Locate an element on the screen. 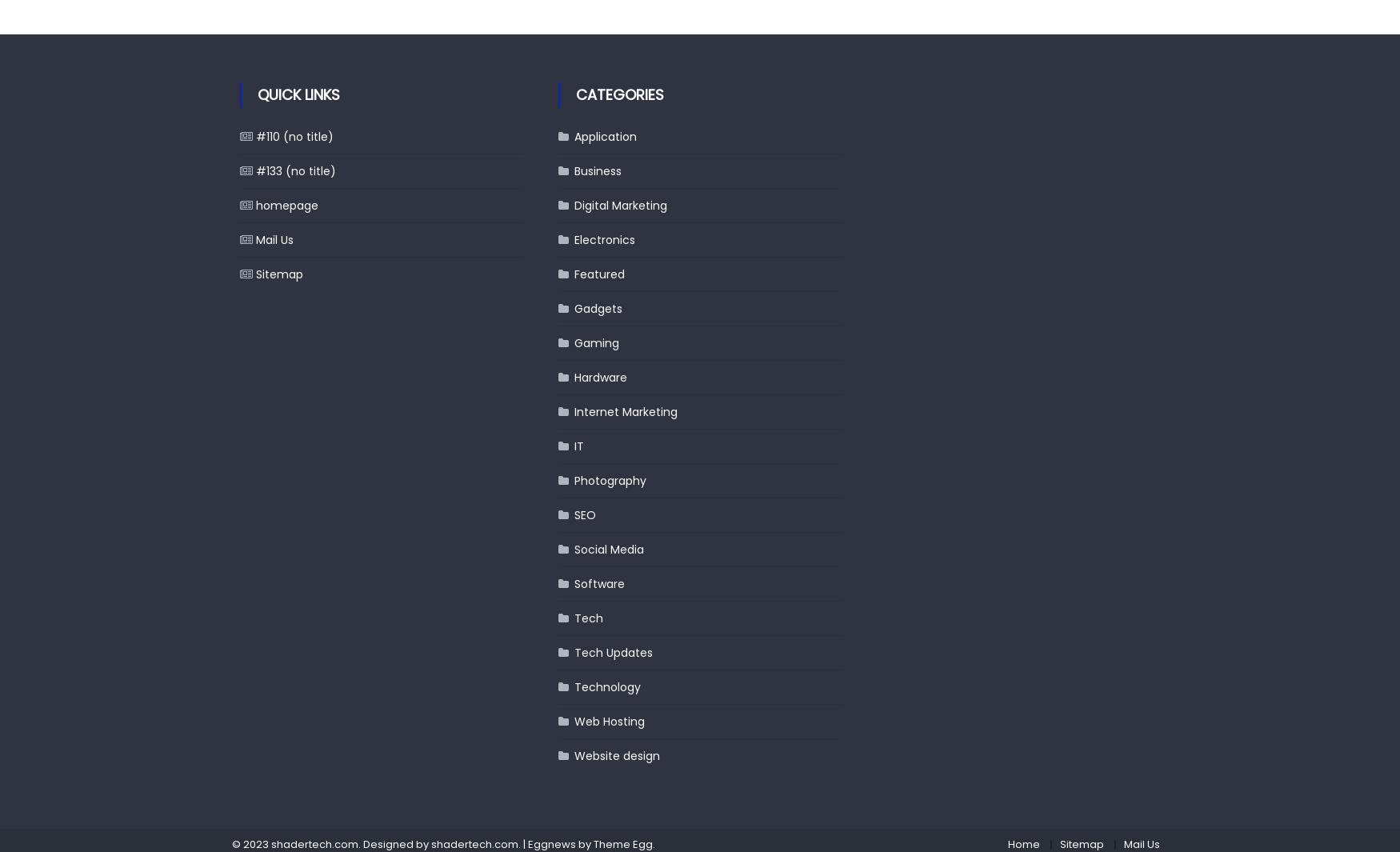  'Photography' is located at coordinates (574, 480).